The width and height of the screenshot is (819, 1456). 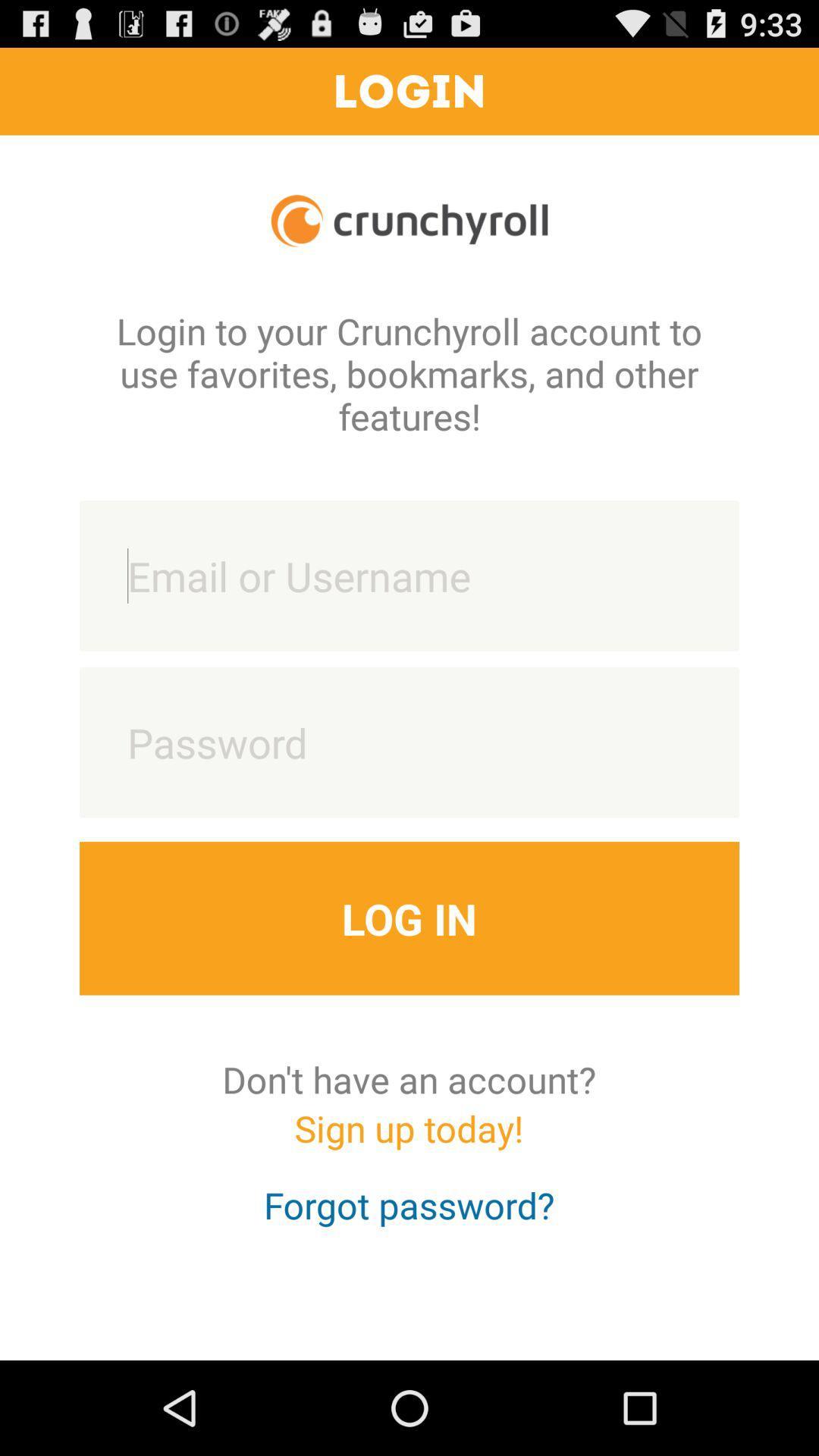 What do you see at coordinates (408, 1078) in the screenshot?
I see `the don t have` at bounding box center [408, 1078].